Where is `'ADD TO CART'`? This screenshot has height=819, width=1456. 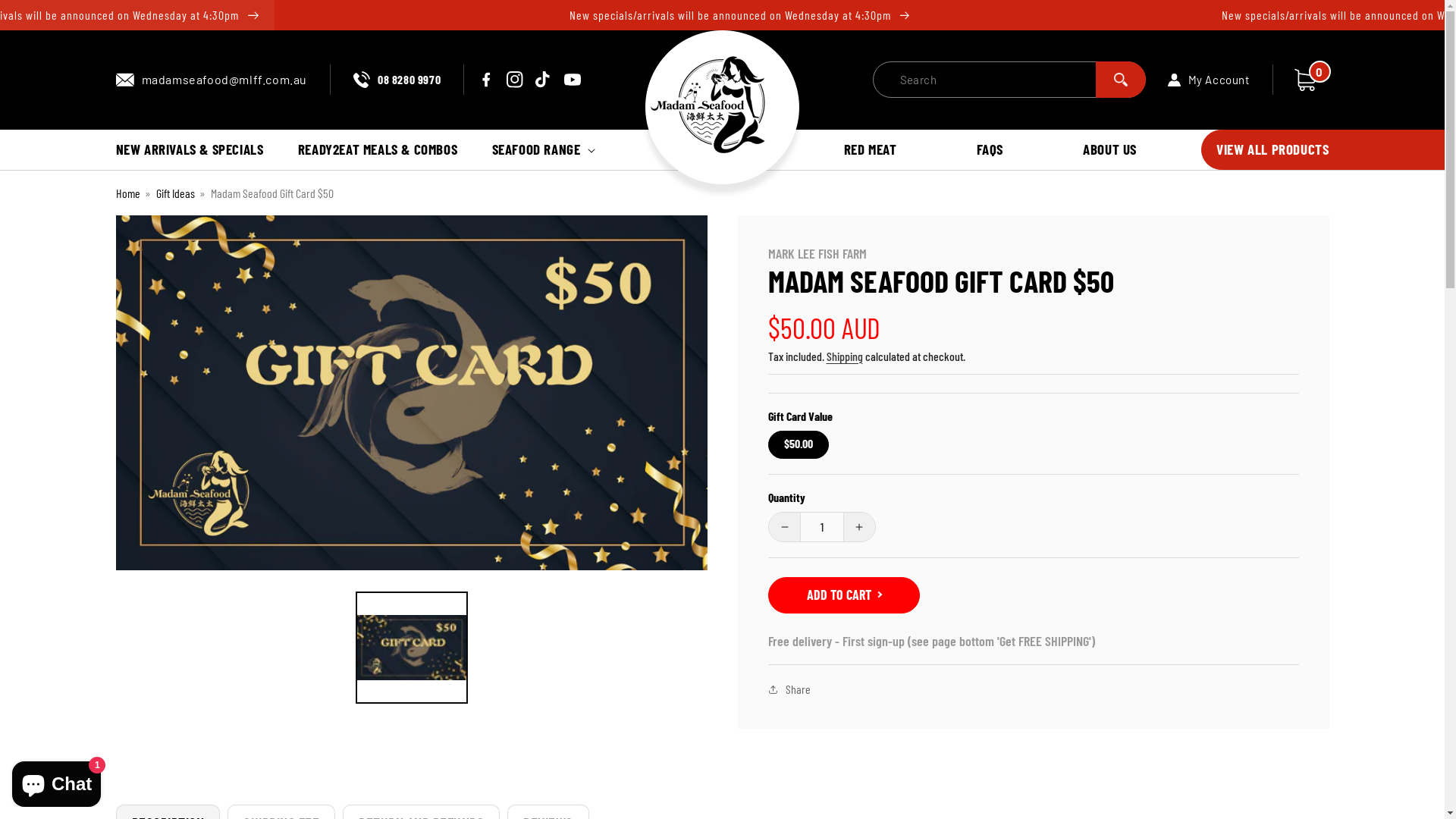 'ADD TO CART' is located at coordinates (843, 595).